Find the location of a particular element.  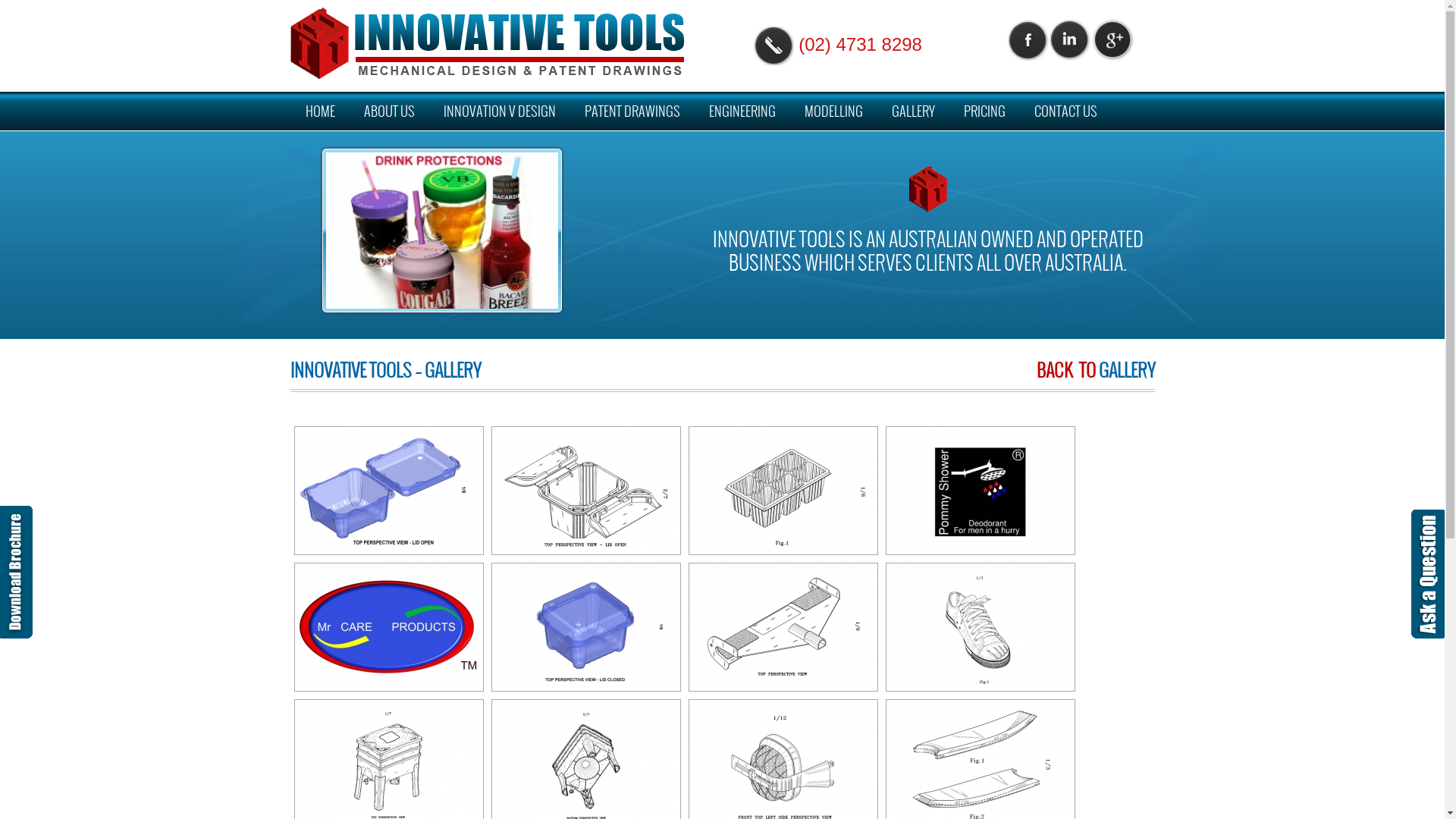

'Facebook' is located at coordinates (1027, 39).